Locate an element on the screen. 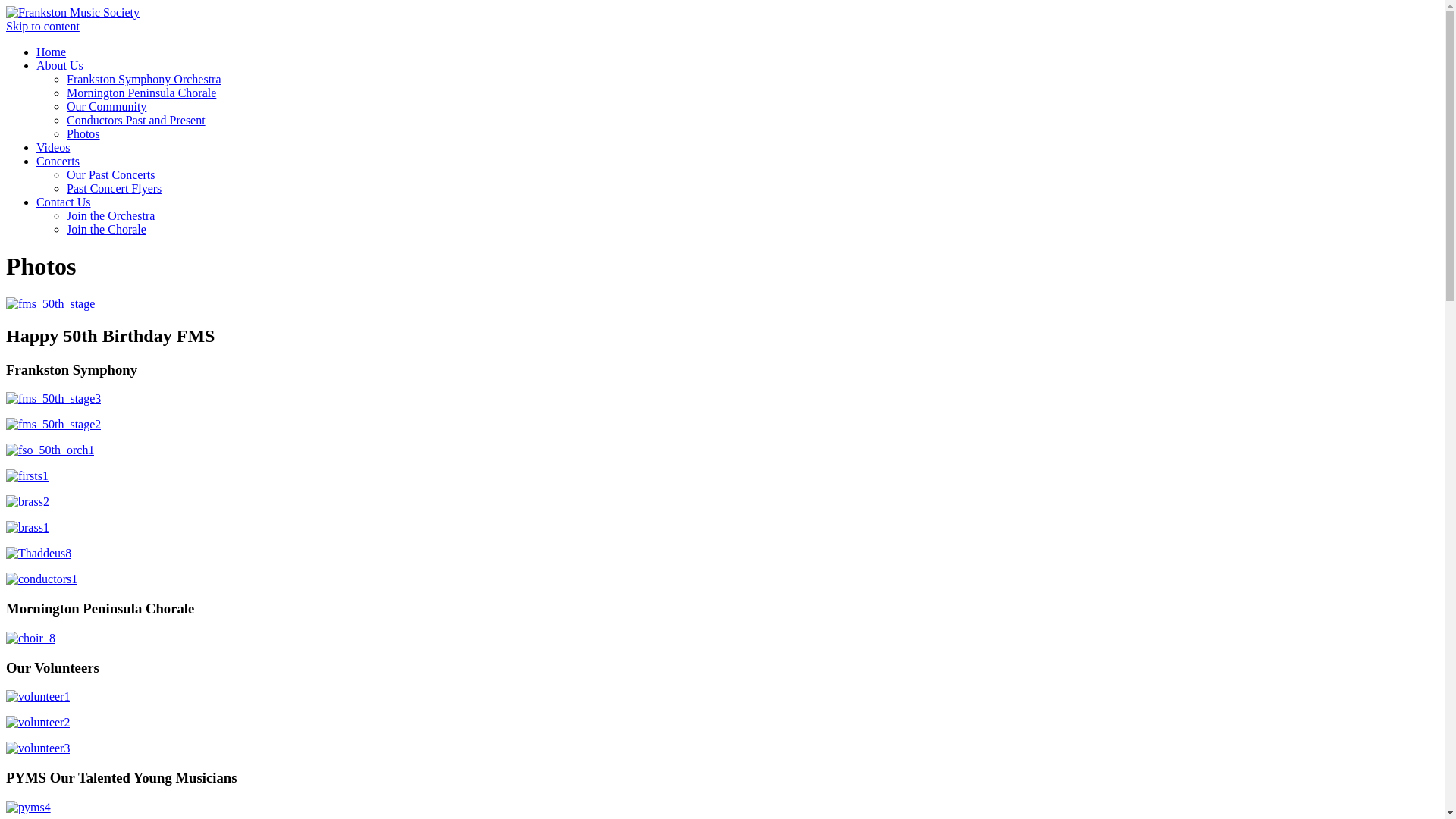 Image resolution: width=1456 pixels, height=819 pixels. 'Frankston Music Society' is located at coordinates (6, 12).